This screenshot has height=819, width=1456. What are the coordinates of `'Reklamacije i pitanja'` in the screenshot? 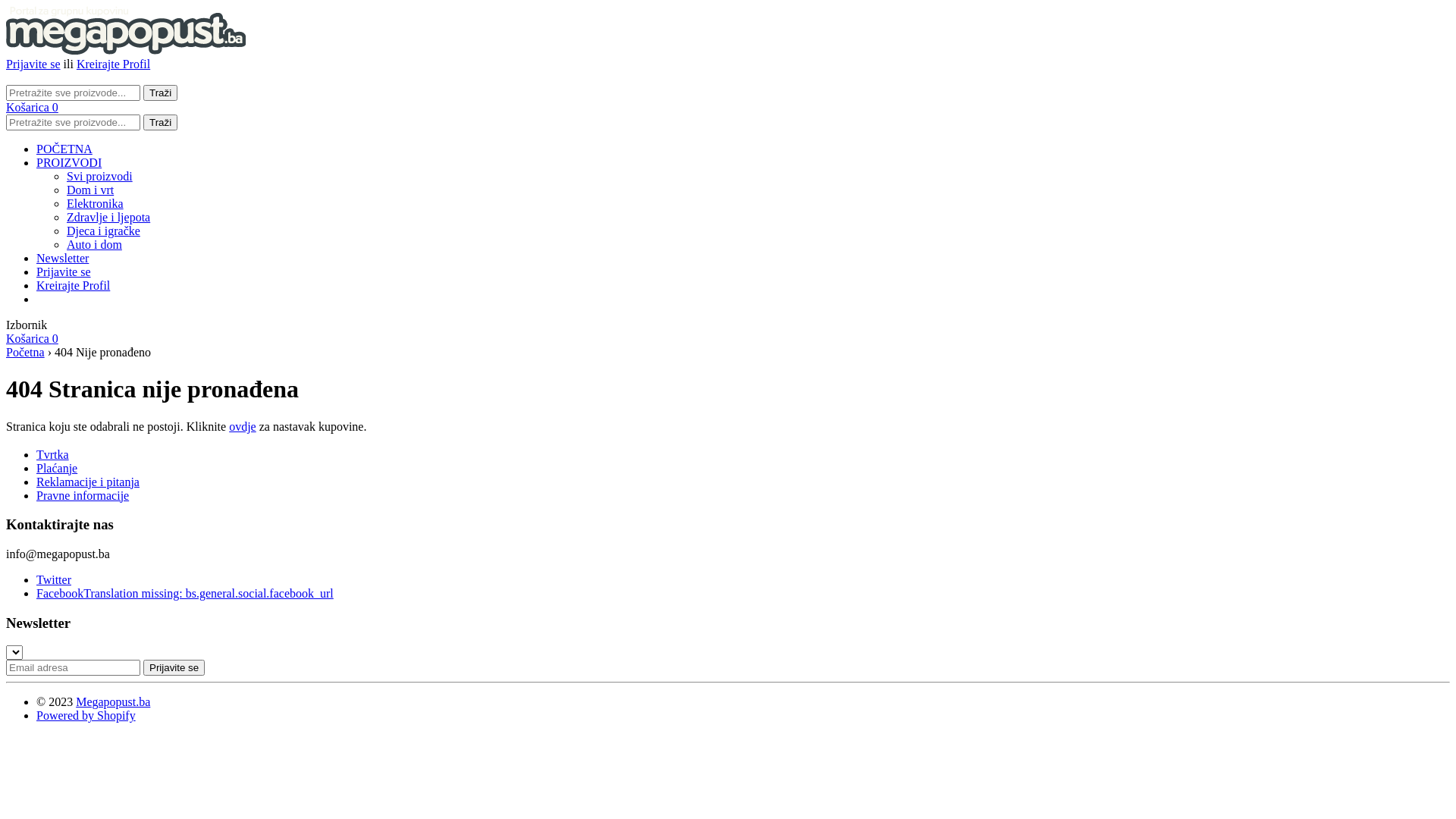 It's located at (86, 482).